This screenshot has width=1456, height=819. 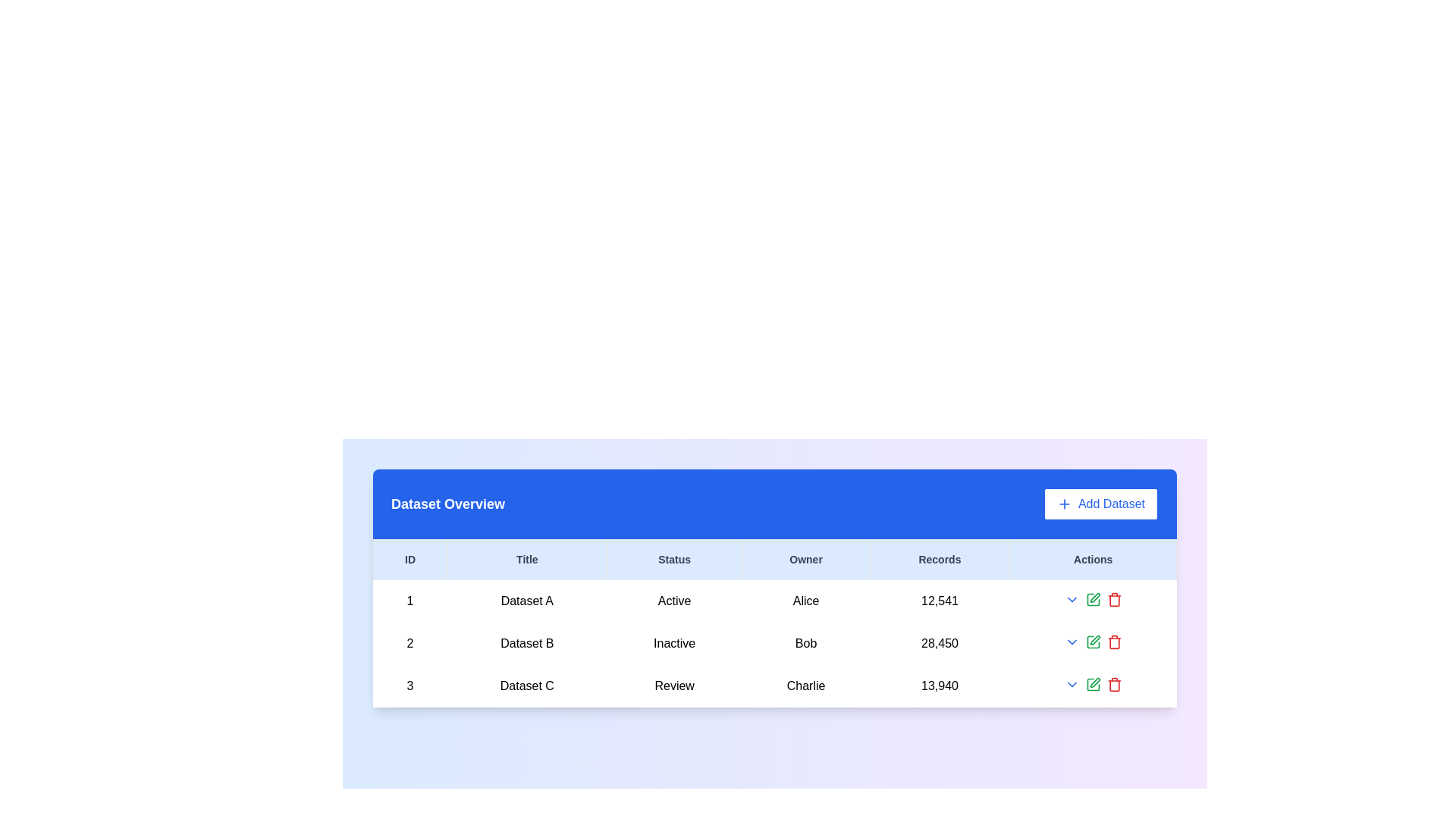 What do you see at coordinates (673, 686) in the screenshot?
I see `the 'Review' label displayed in a table layout under the 'Status' column, which is aligned with 'Dataset C' and 'Charlie'` at bounding box center [673, 686].